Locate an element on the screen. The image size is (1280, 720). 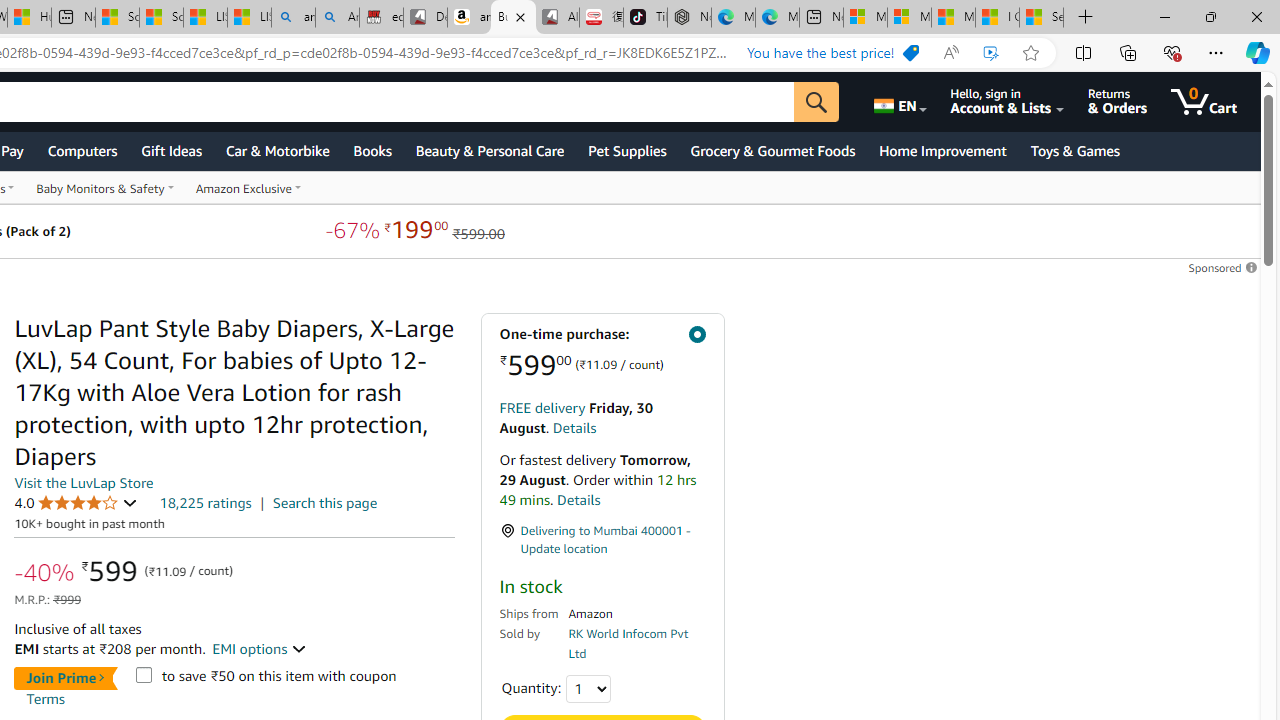
'Computers' is located at coordinates (81, 149).